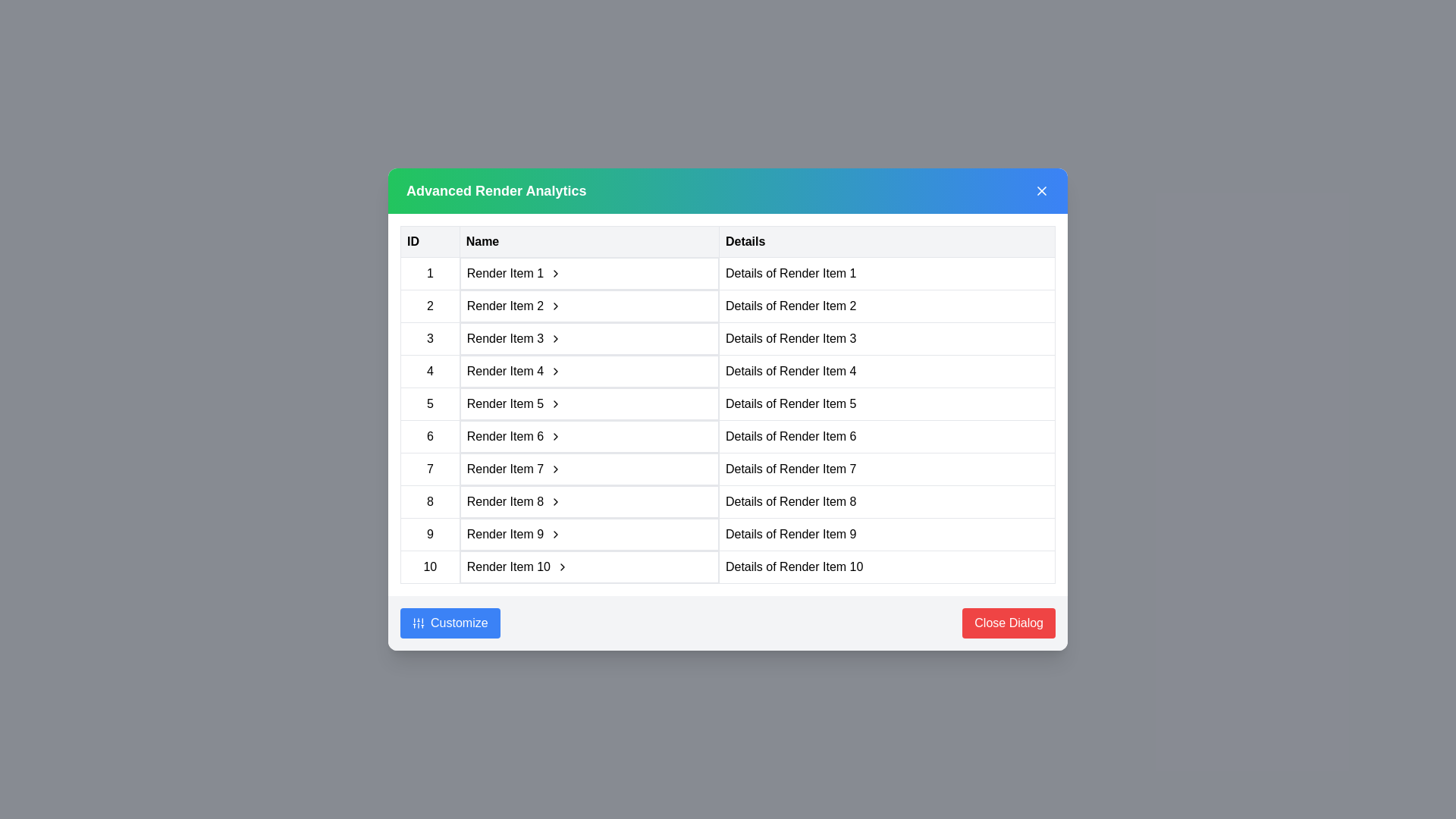  I want to click on the 'Close Dialog' button to close the dialog, so click(1009, 623).